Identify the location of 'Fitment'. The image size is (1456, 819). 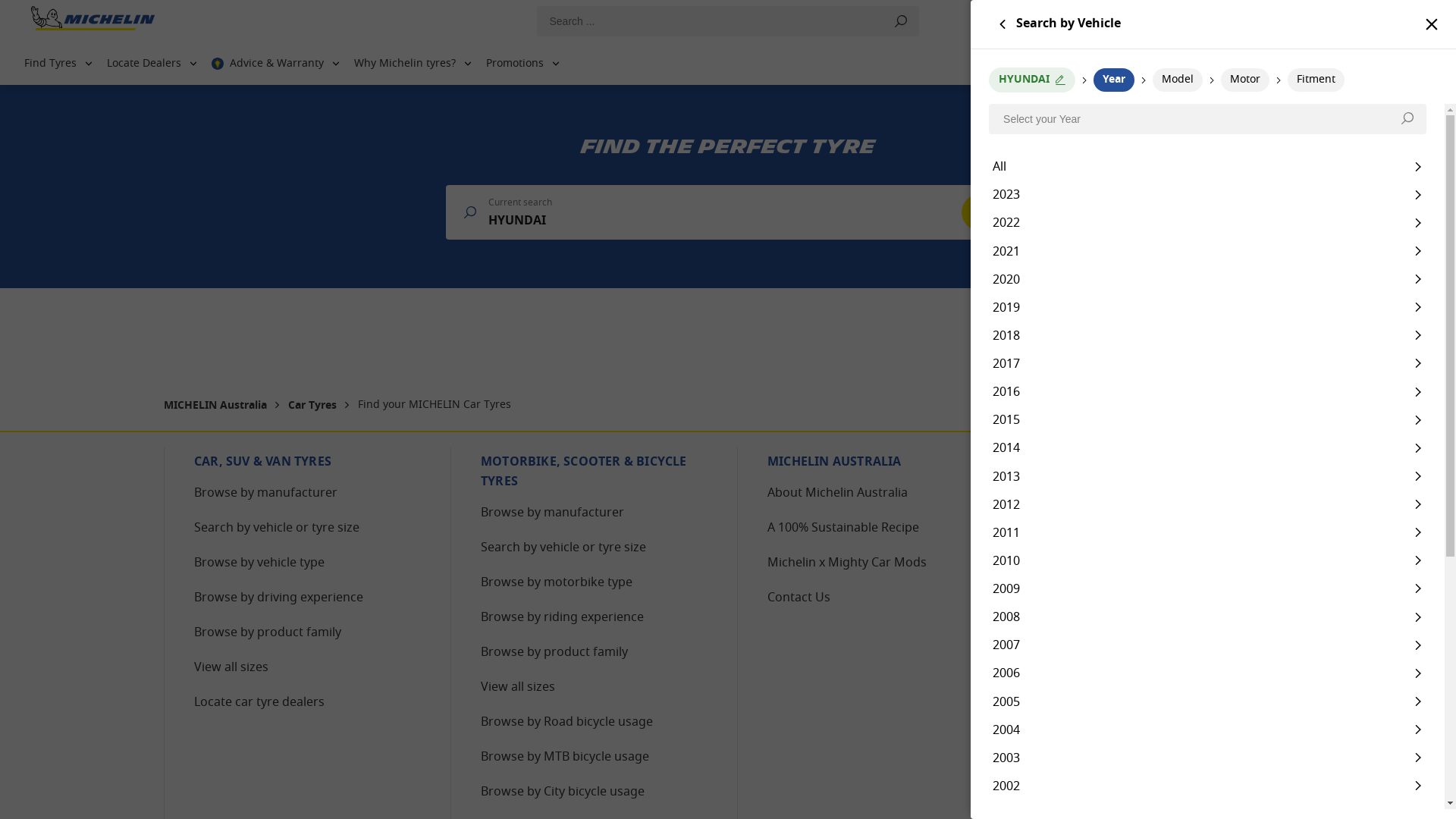
(1315, 80).